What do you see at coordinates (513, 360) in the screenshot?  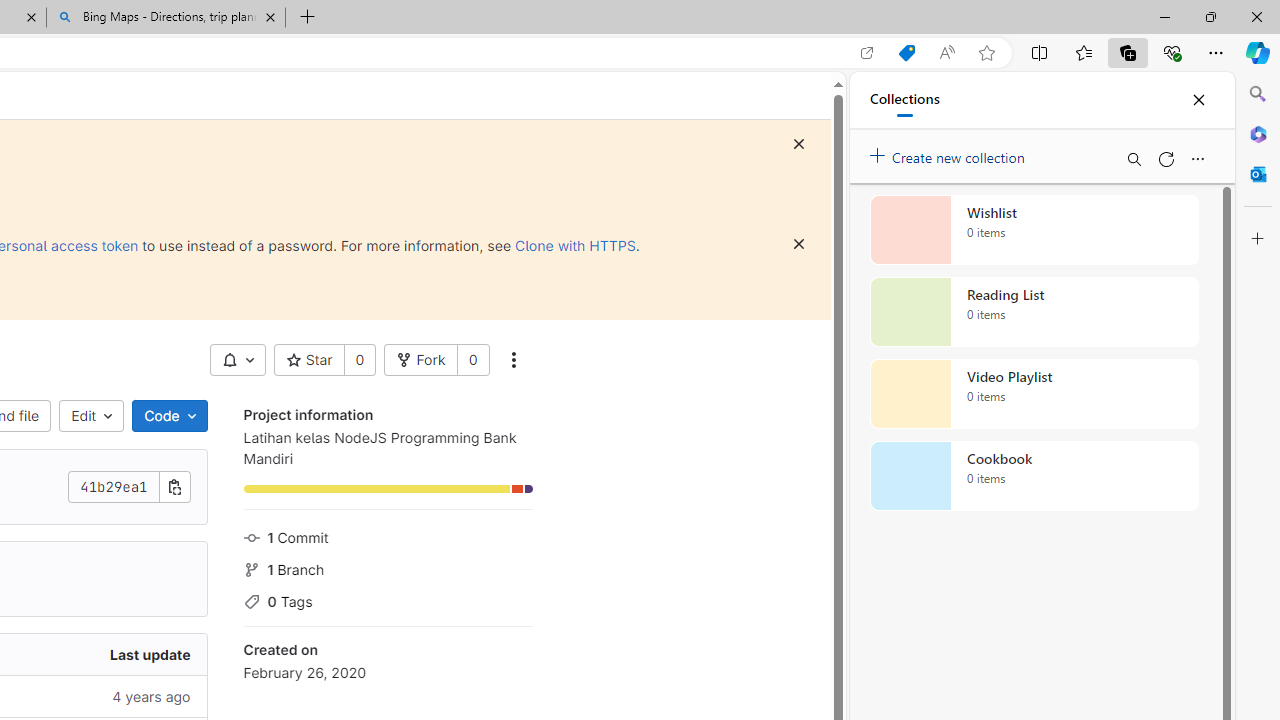 I see `'More actions'` at bounding box center [513, 360].